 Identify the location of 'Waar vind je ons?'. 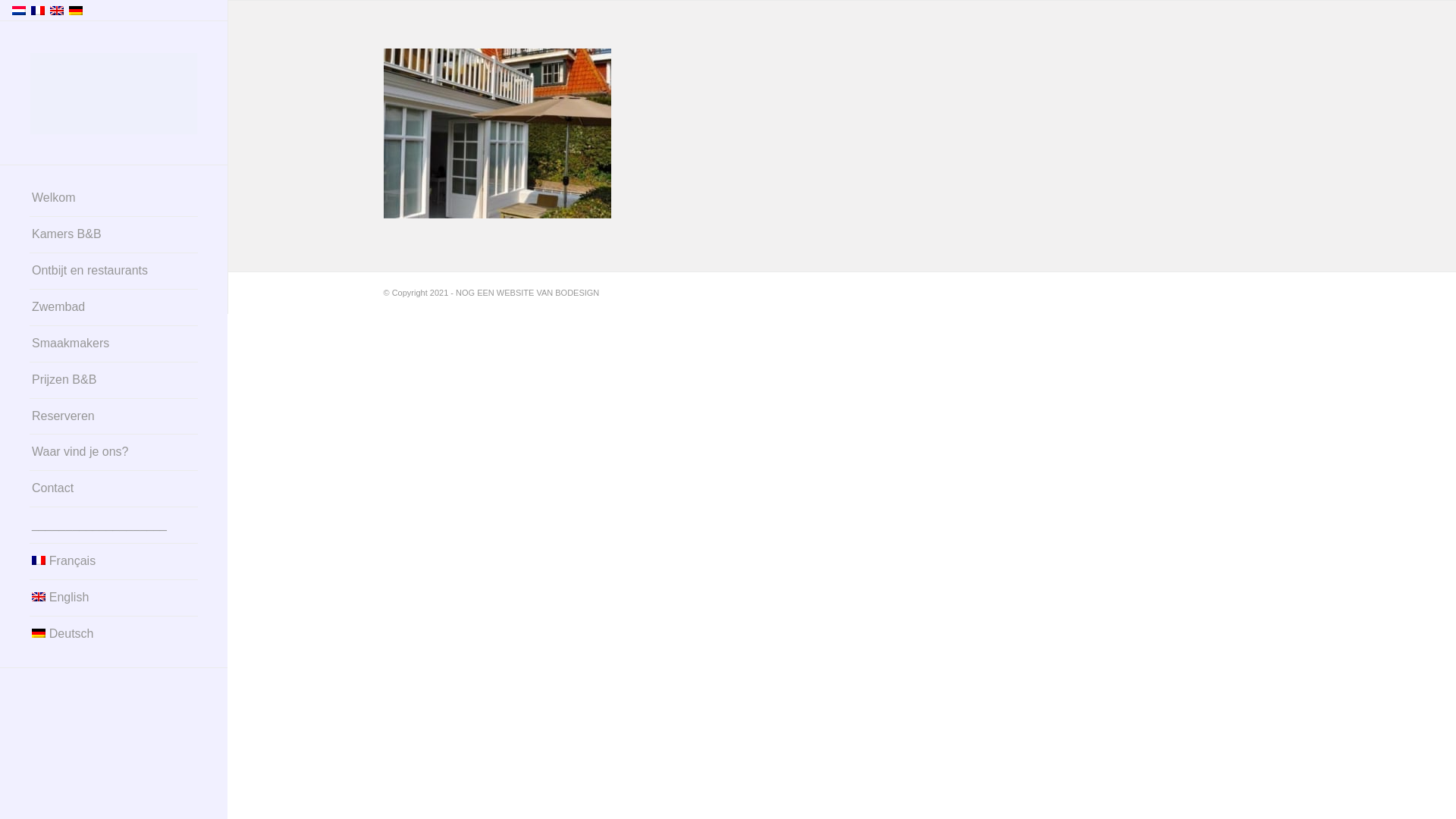
(112, 452).